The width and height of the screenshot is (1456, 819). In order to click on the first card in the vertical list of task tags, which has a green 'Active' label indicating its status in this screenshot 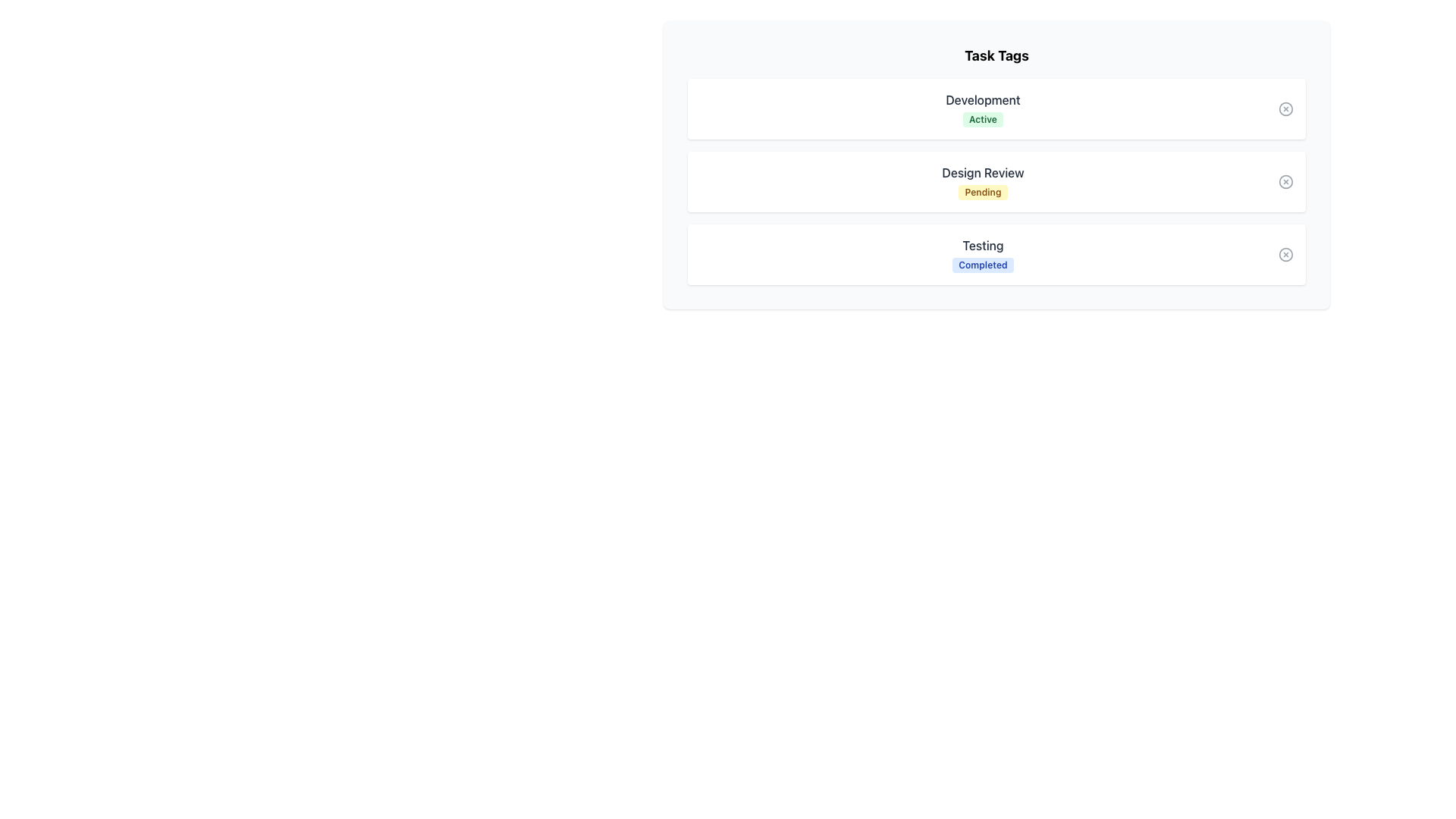, I will do `click(996, 108)`.